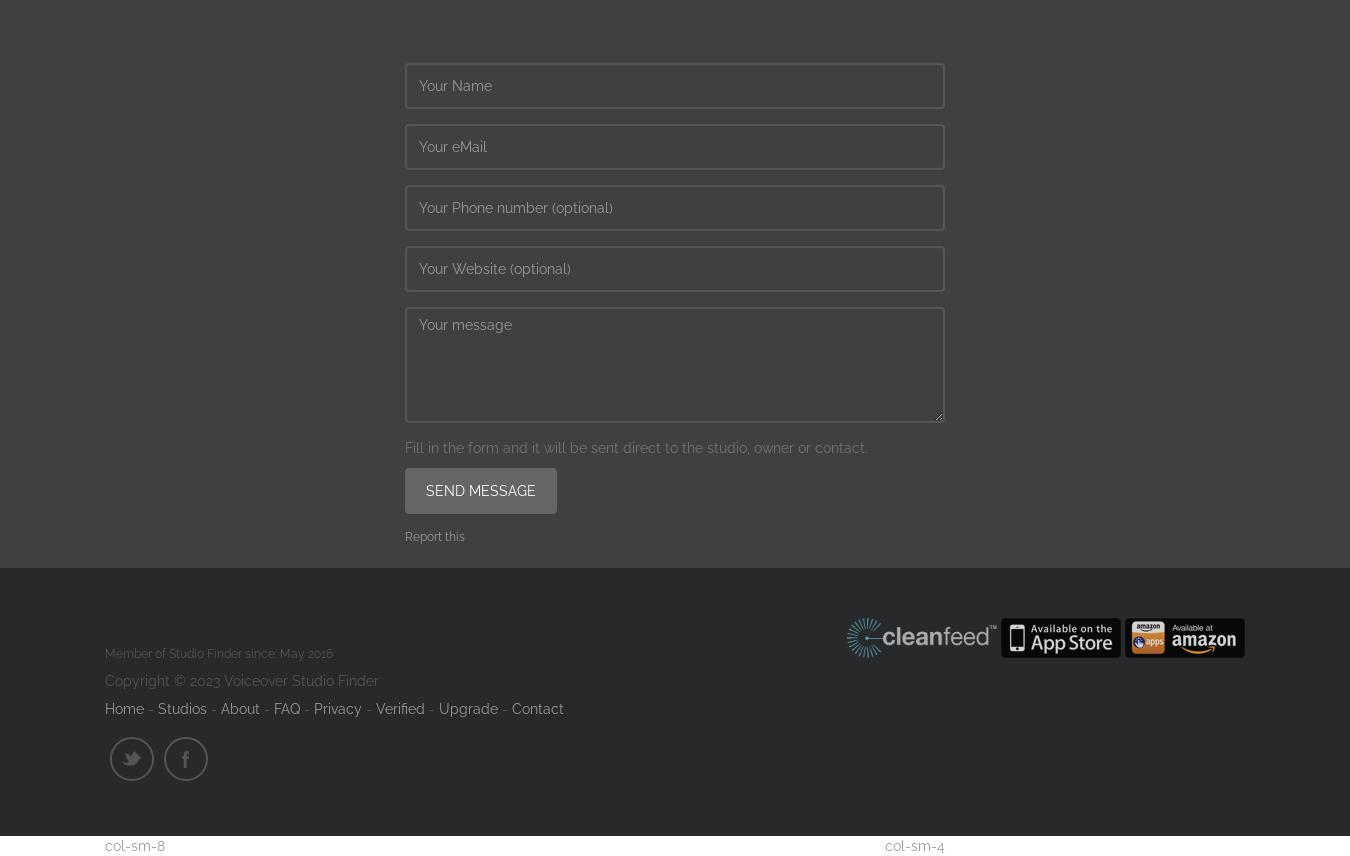 The height and width of the screenshot is (856, 1350). What do you see at coordinates (135, 844) in the screenshot?
I see `'col-sm-8'` at bounding box center [135, 844].